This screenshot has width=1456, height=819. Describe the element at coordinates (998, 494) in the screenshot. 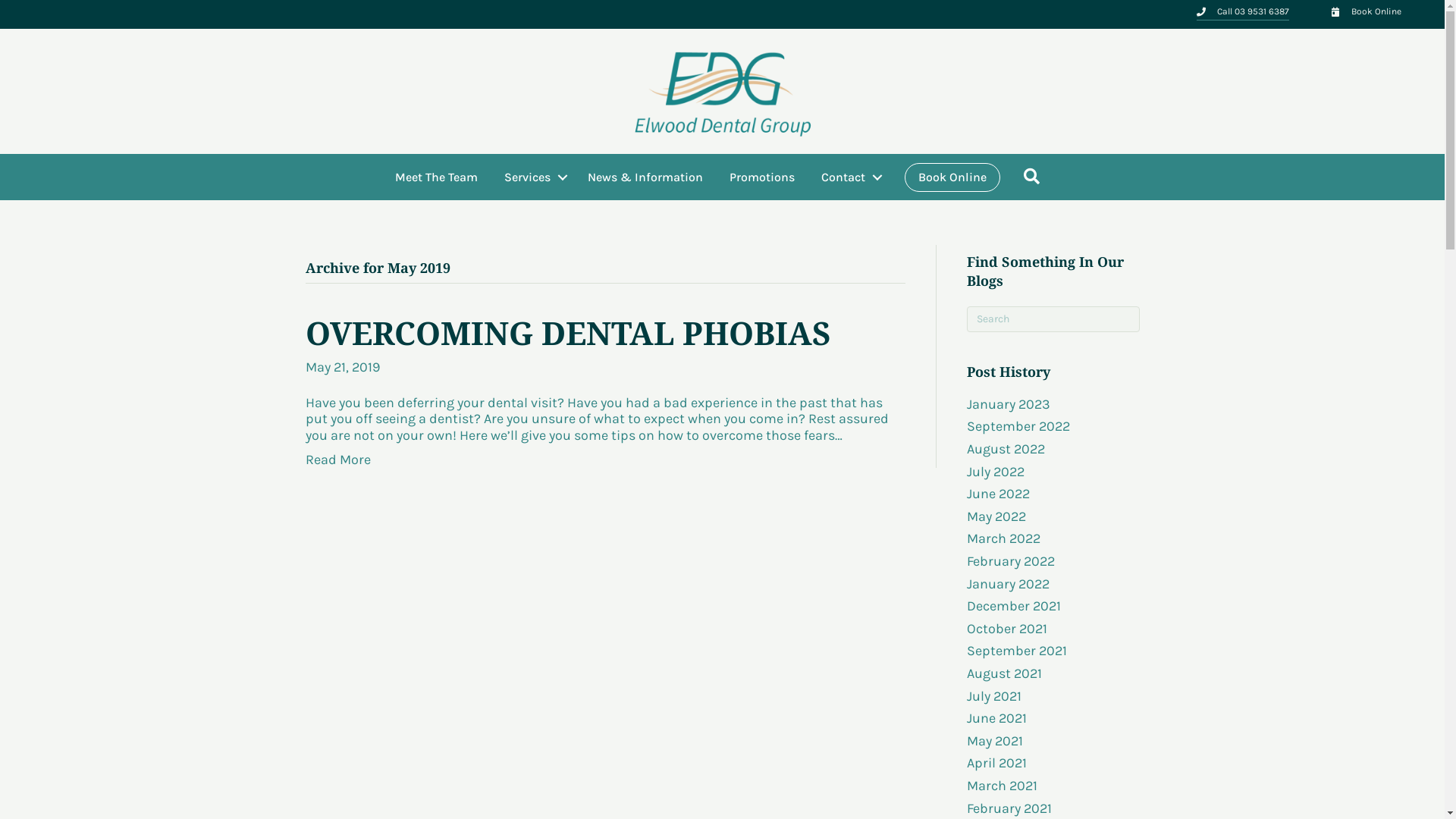

I see `'June 2022'` at that location.